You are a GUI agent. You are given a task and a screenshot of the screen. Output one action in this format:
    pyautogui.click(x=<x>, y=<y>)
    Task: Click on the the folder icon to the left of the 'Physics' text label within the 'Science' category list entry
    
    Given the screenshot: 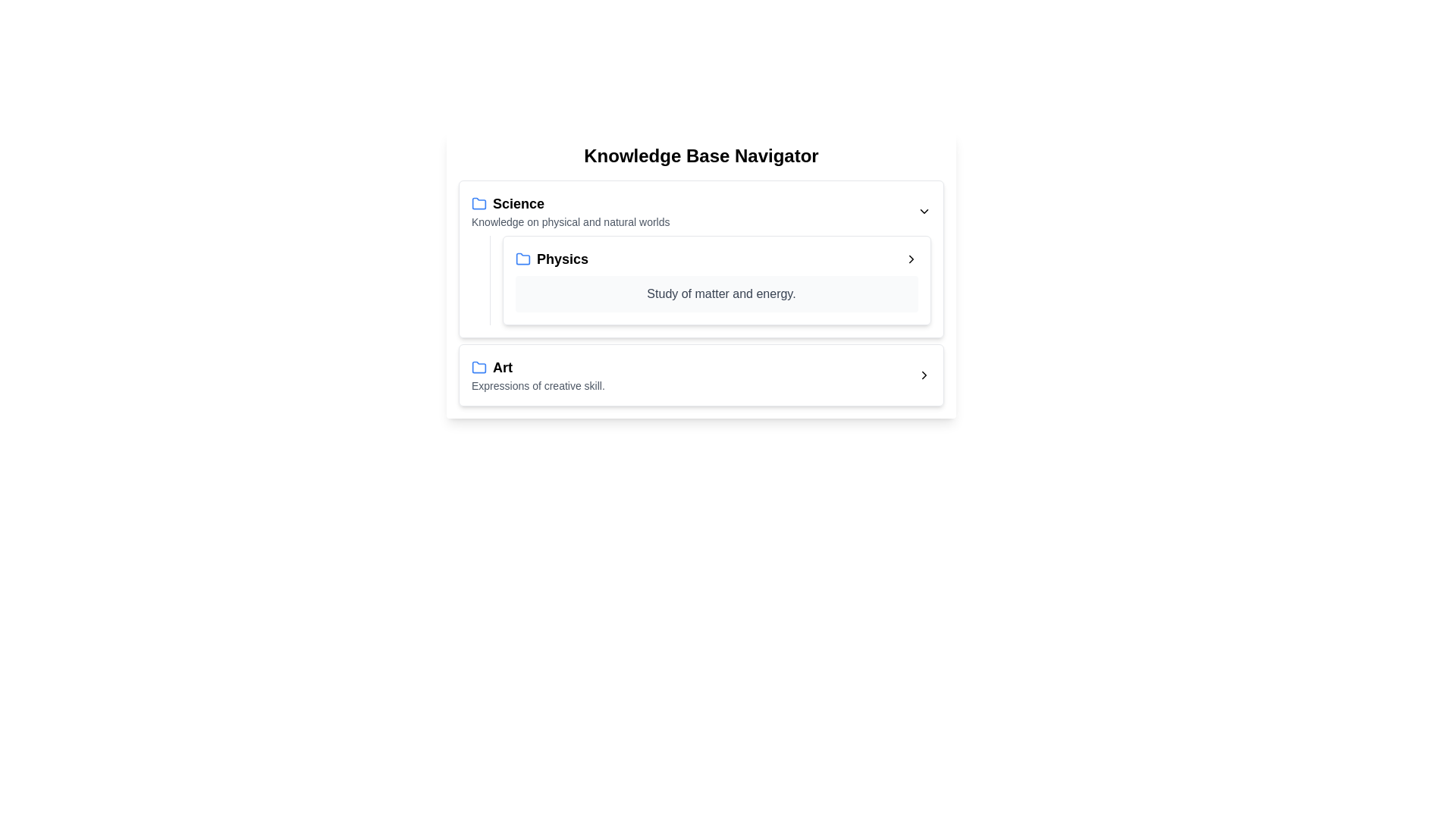 What is the action you would take?
    pyautogui.click(x=523, y=257)
    